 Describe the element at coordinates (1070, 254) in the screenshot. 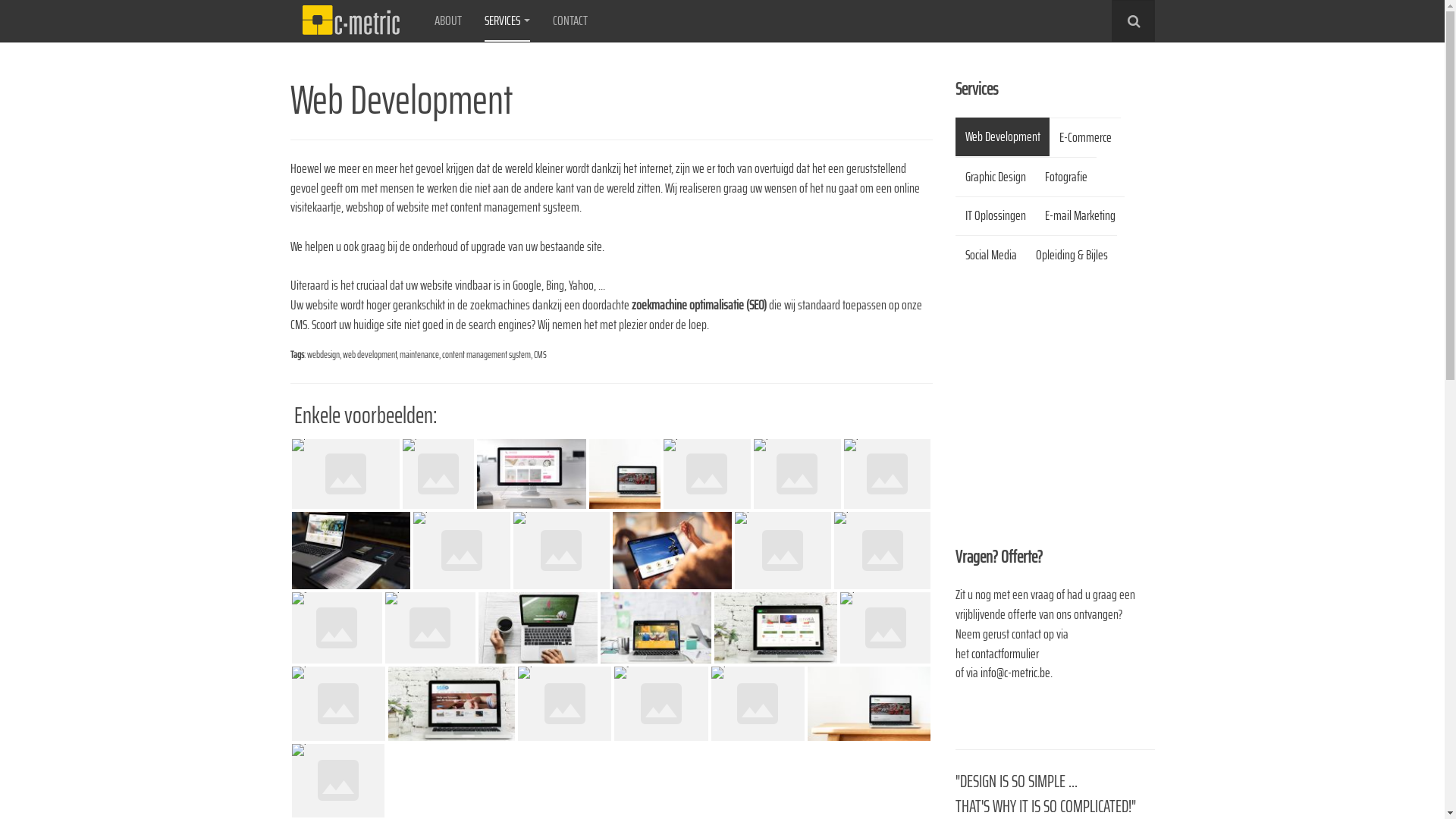

I see `'Opleiding & Bijles'` at that location.